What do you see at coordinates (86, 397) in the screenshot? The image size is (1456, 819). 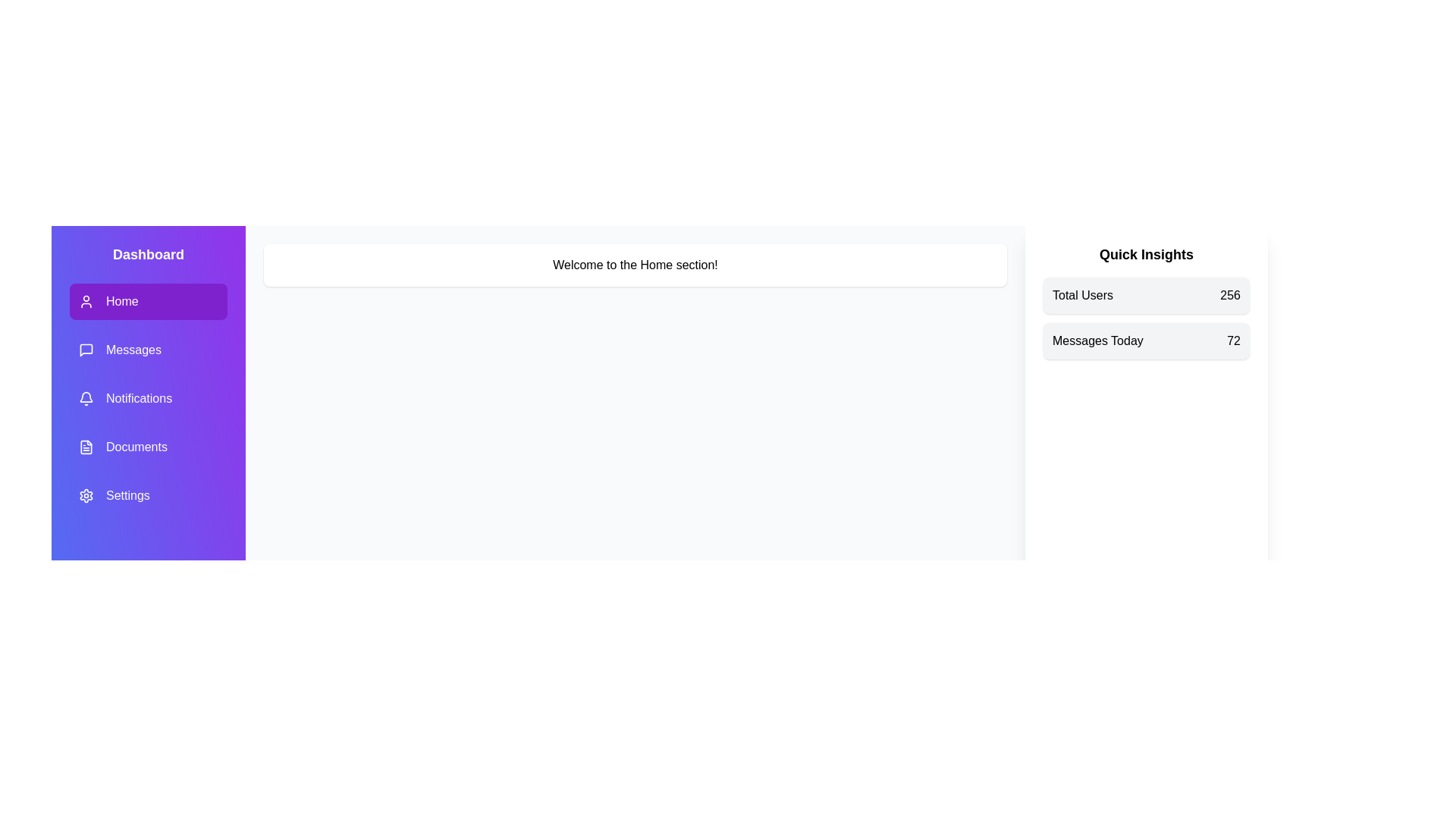 I see `the bell icon in the 'Notifications' section of the vertical side navigation bar, which is styled with a gradient background and contains other items like 'Home', 'Messages', 'Documents', and 'Settings'` at bounding box center [86, 397].